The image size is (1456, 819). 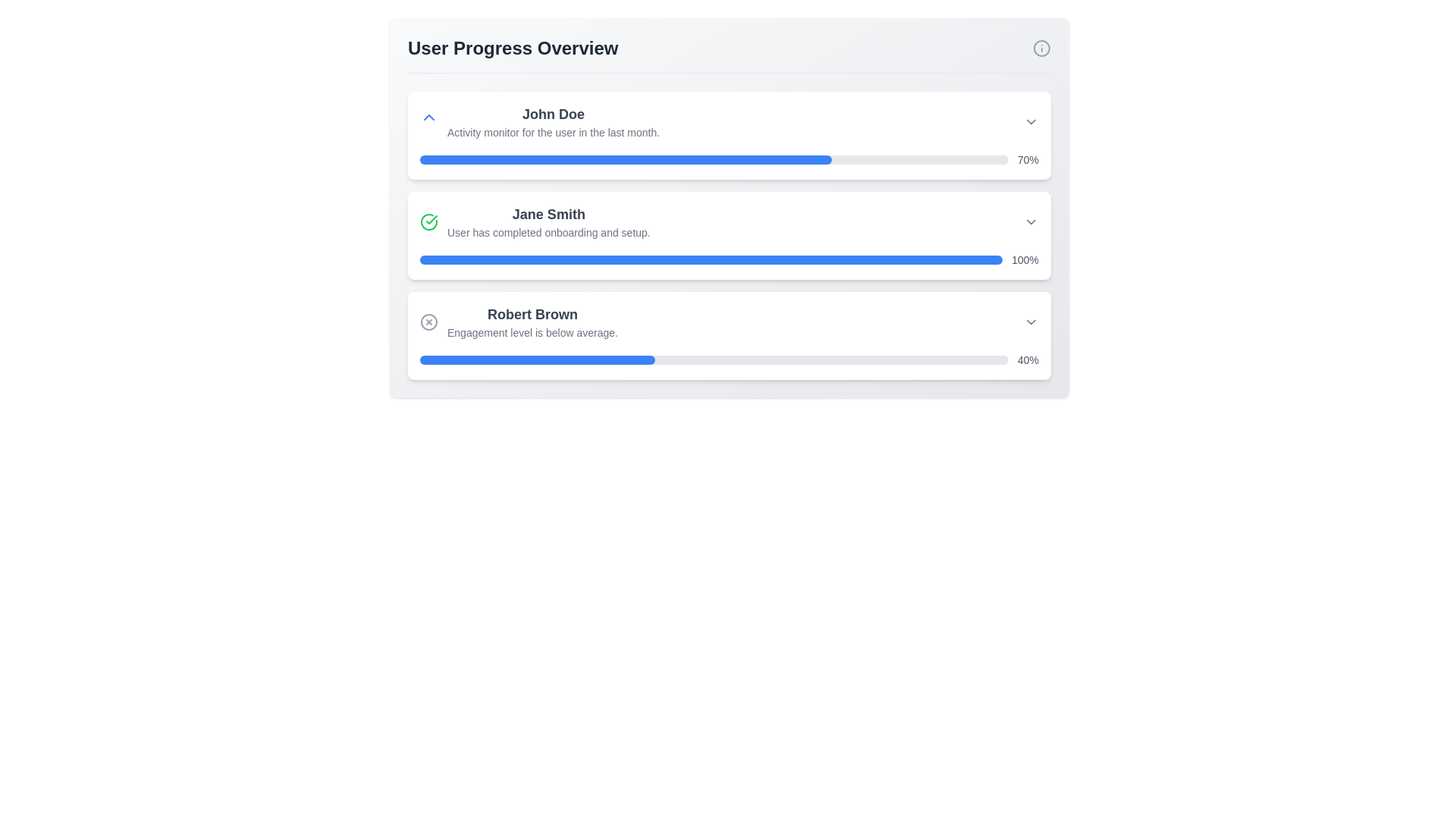 What do you see at coordinates (729, 335) in the screenshot?
I see `the engagement data displayed on the user's engagement status card, which is the third card in the vertical stack under 'User Progress Overview'` at bounding box center [729, 335].